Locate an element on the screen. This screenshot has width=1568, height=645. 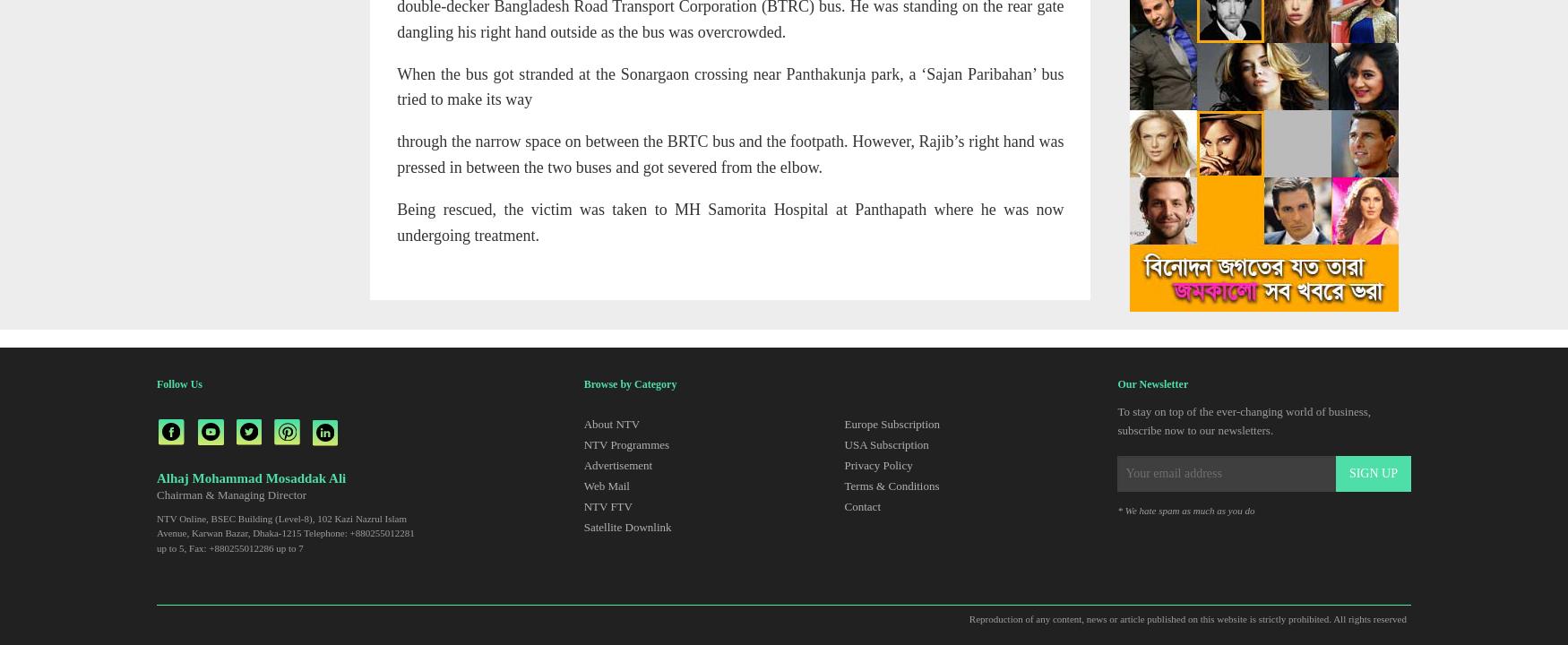
'Web Mail' is located at coordinates (605, 485).